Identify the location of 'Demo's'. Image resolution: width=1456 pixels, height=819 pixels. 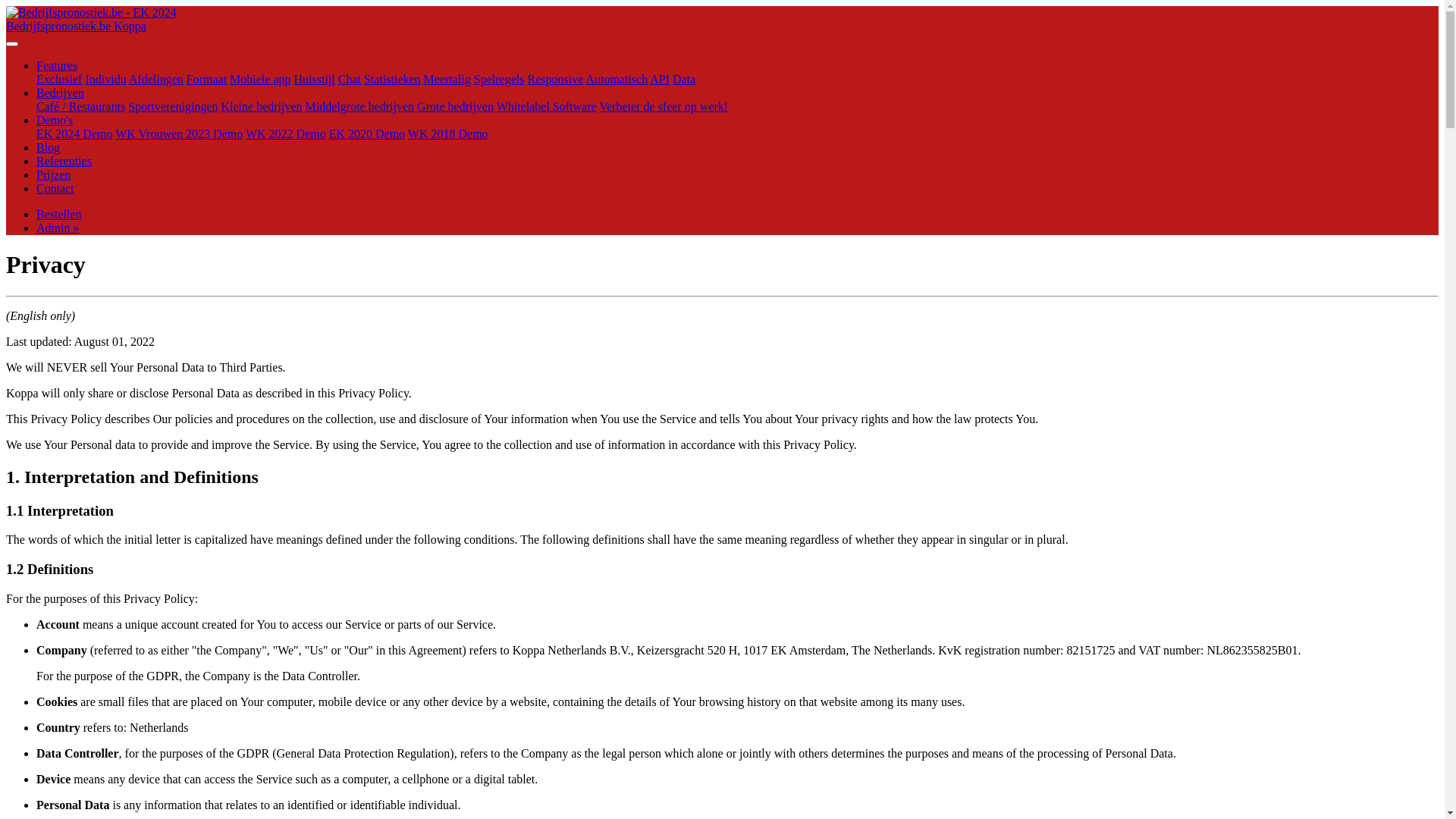
(55, 119).